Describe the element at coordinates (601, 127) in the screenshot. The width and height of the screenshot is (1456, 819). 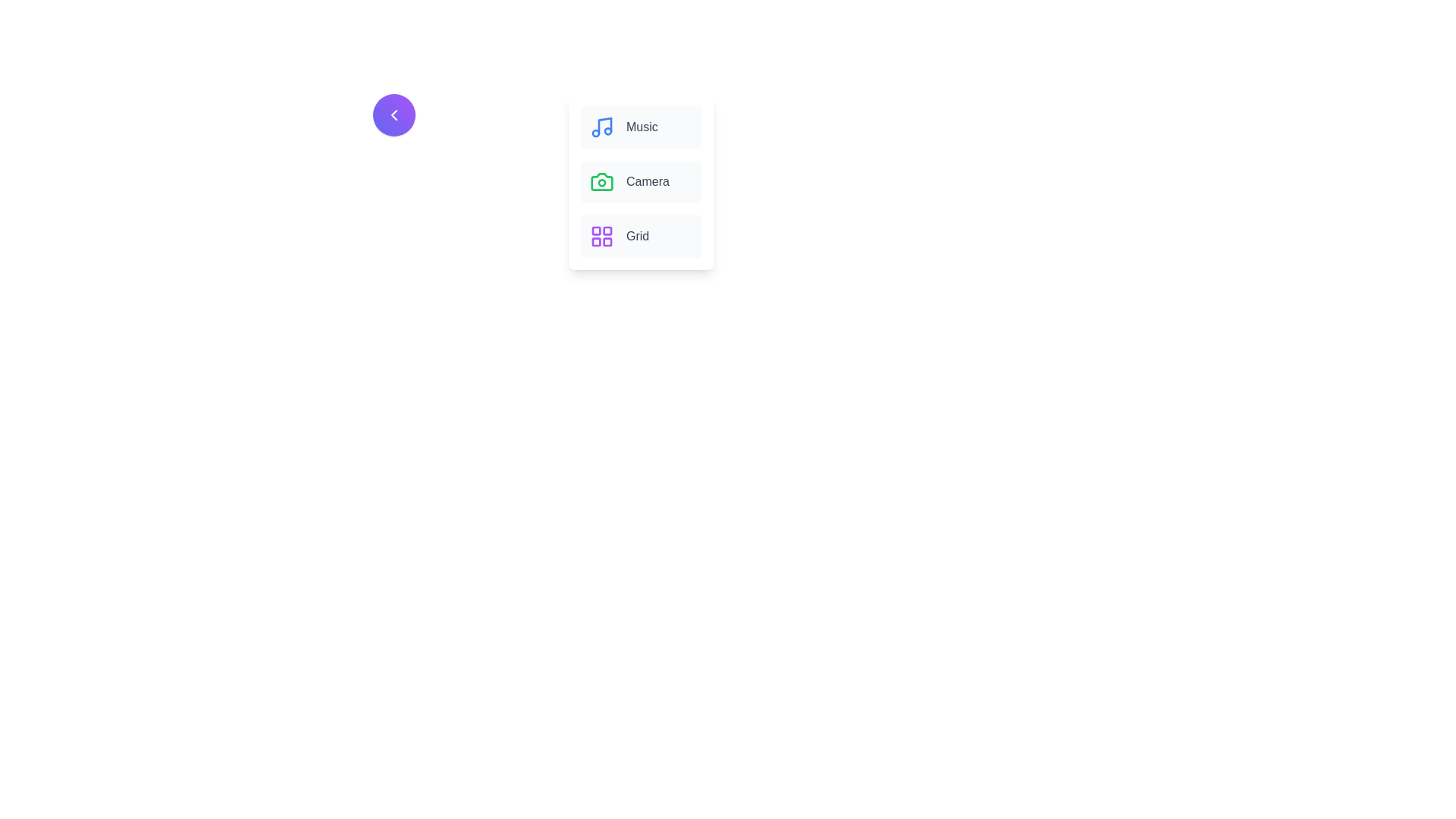
I see `the icon of the menu item labeled Music` at that location.